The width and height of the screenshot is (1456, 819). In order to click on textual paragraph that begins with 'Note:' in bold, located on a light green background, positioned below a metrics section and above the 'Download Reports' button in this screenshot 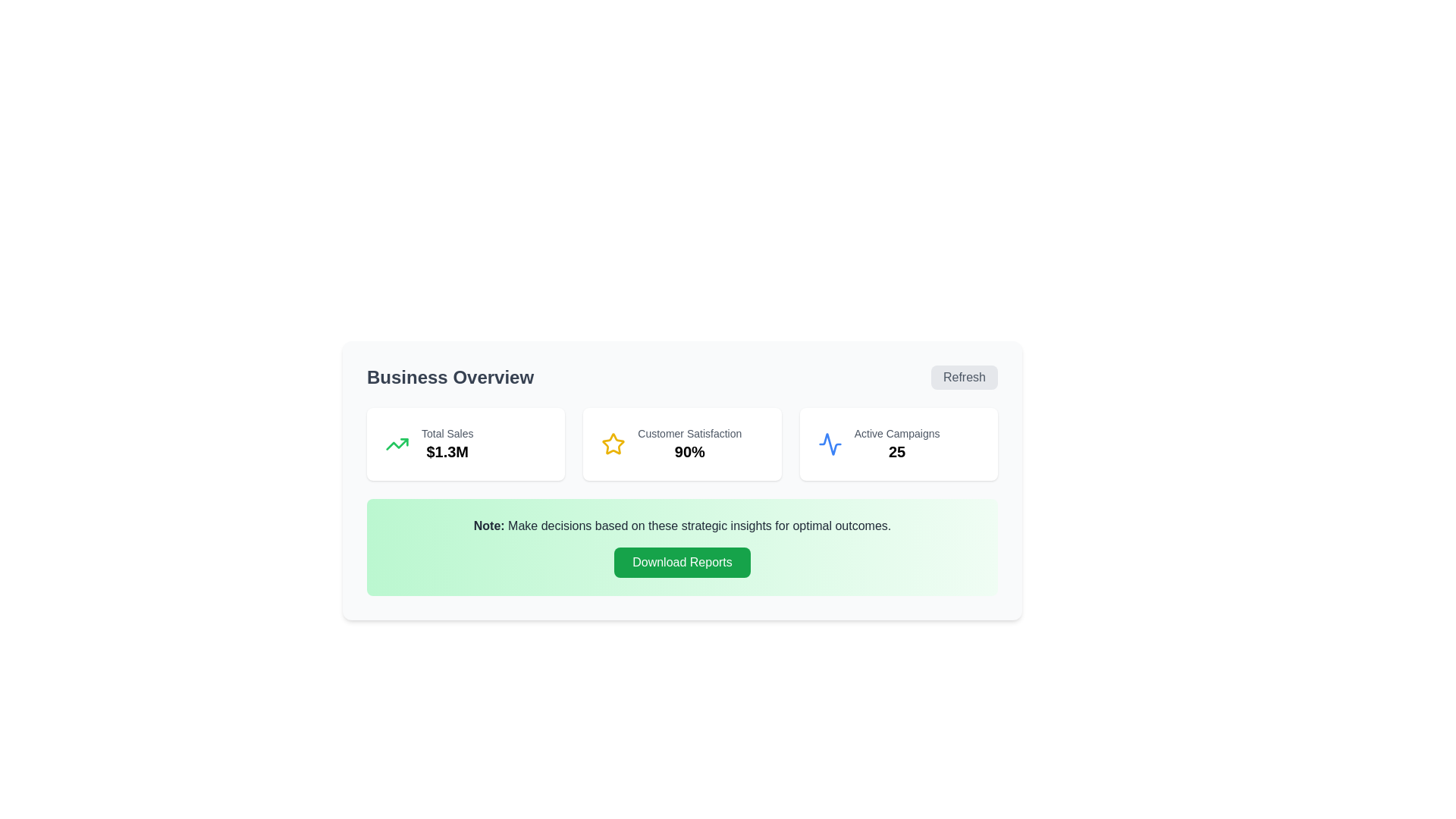, I will do `click(682, 526)`.